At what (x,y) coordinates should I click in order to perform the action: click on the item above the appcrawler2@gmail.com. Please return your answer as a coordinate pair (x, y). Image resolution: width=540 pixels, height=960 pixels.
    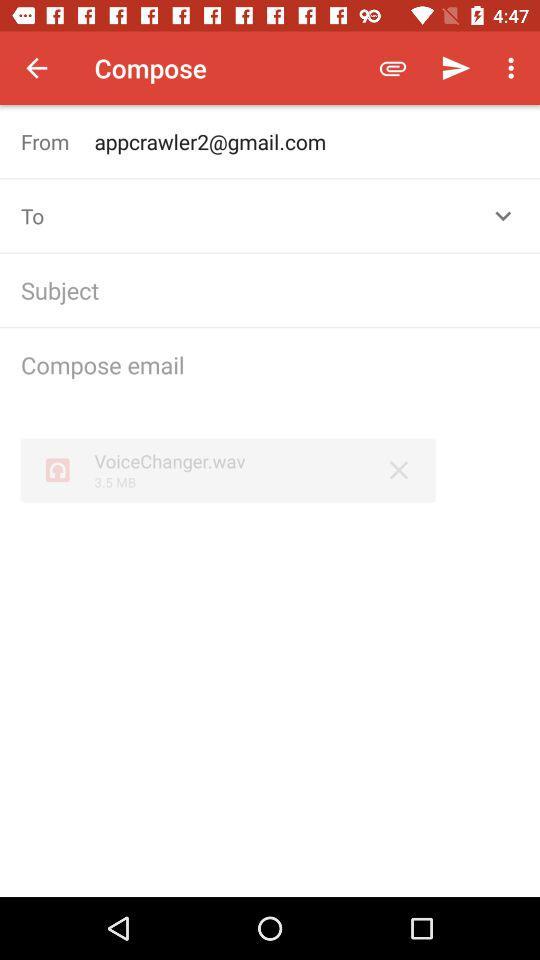
    Looking at the image, I should click on (393, 68).